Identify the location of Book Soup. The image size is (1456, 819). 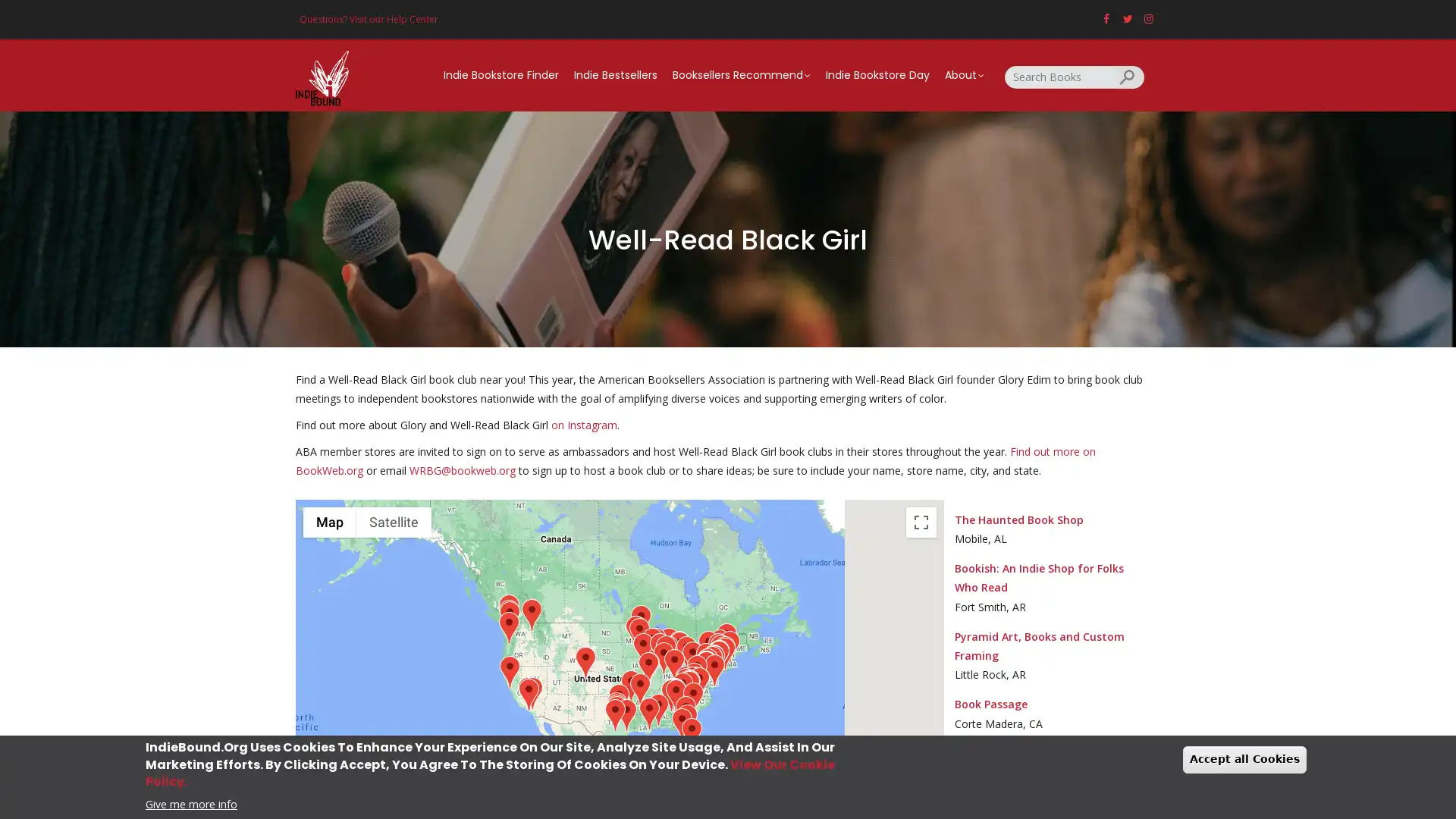
(527, 692).